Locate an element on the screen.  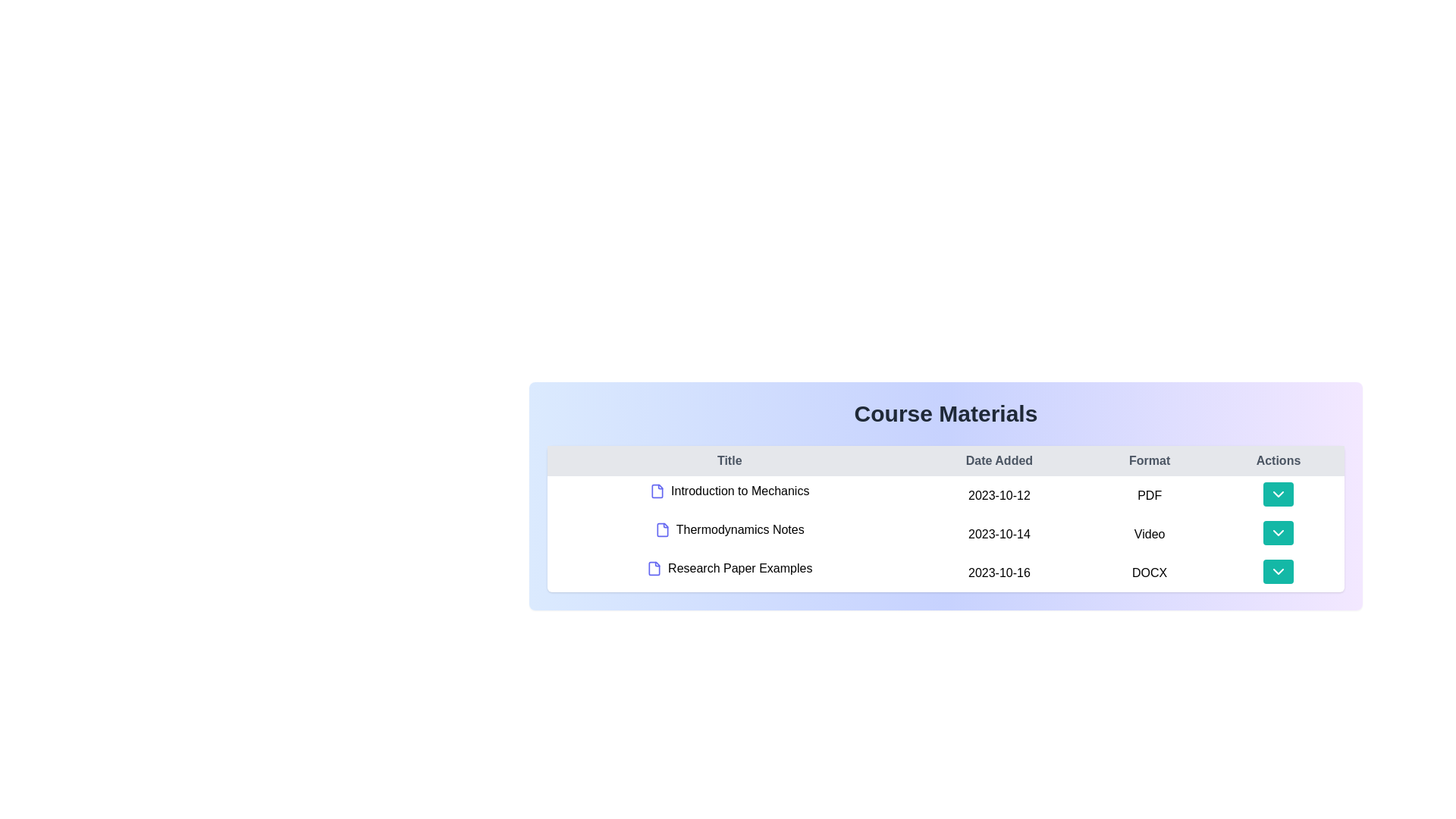
keyboard navigation is located at coordinates (1277, 571).